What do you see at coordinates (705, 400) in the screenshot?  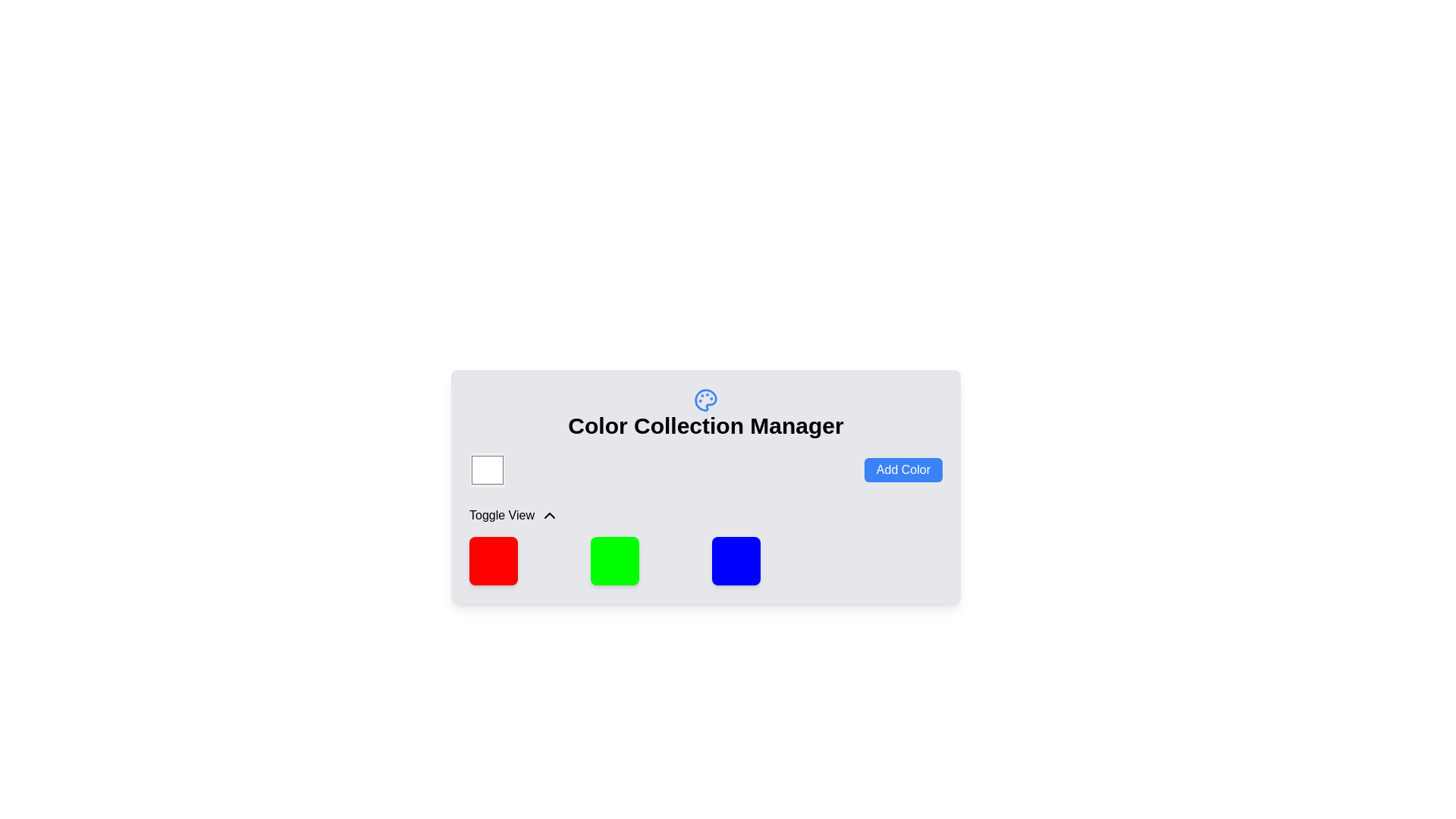 I see `the circular blue palette icon located above the 'Color Collection Manager' title` at bounding box center [705, 400].